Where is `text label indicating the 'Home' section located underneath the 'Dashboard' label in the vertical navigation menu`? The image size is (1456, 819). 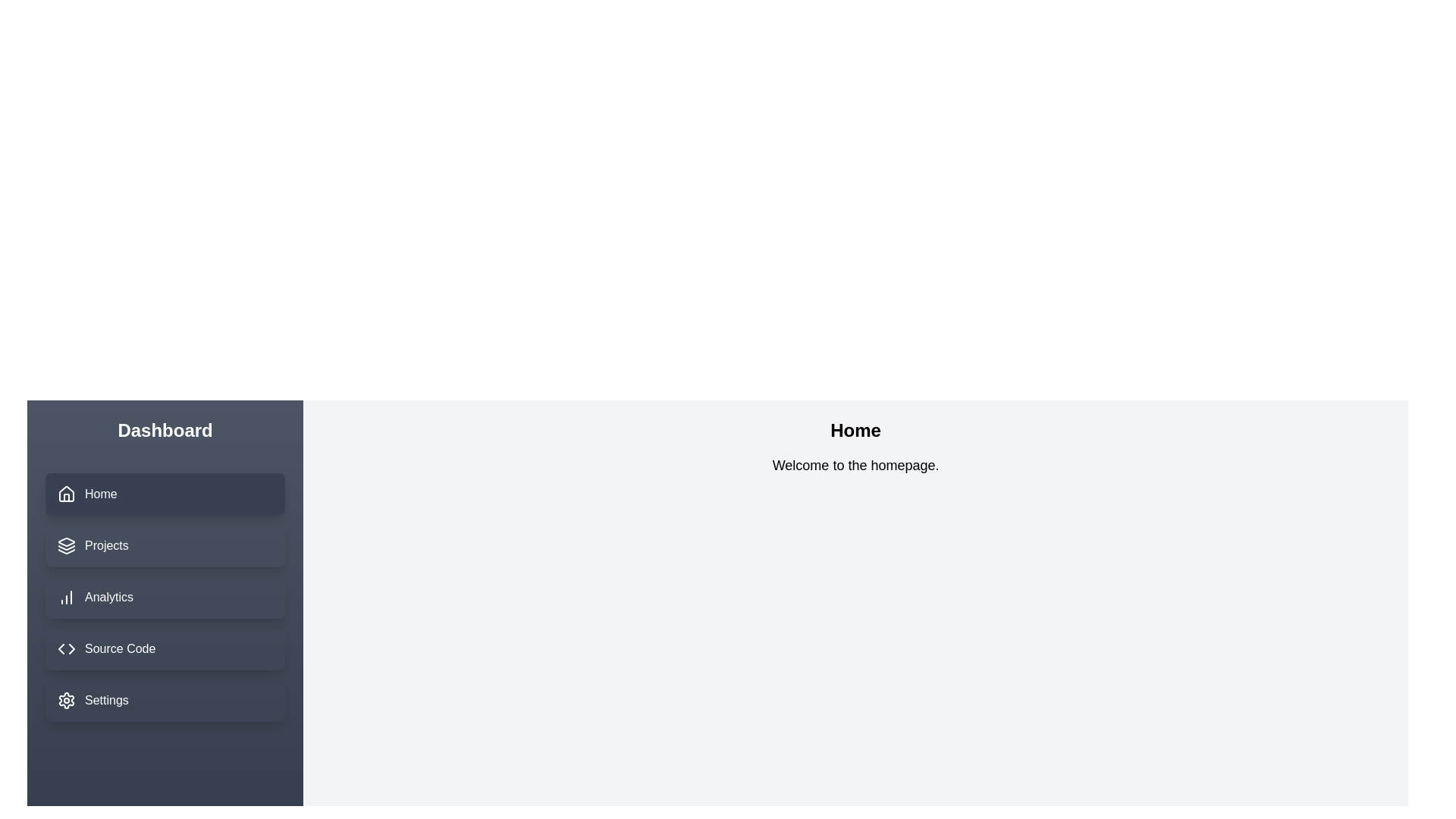 text label indicating the 'Home' section located underneath the 'Dashboard' label in the vertical navigation menu is located at coordinates (100, 494).